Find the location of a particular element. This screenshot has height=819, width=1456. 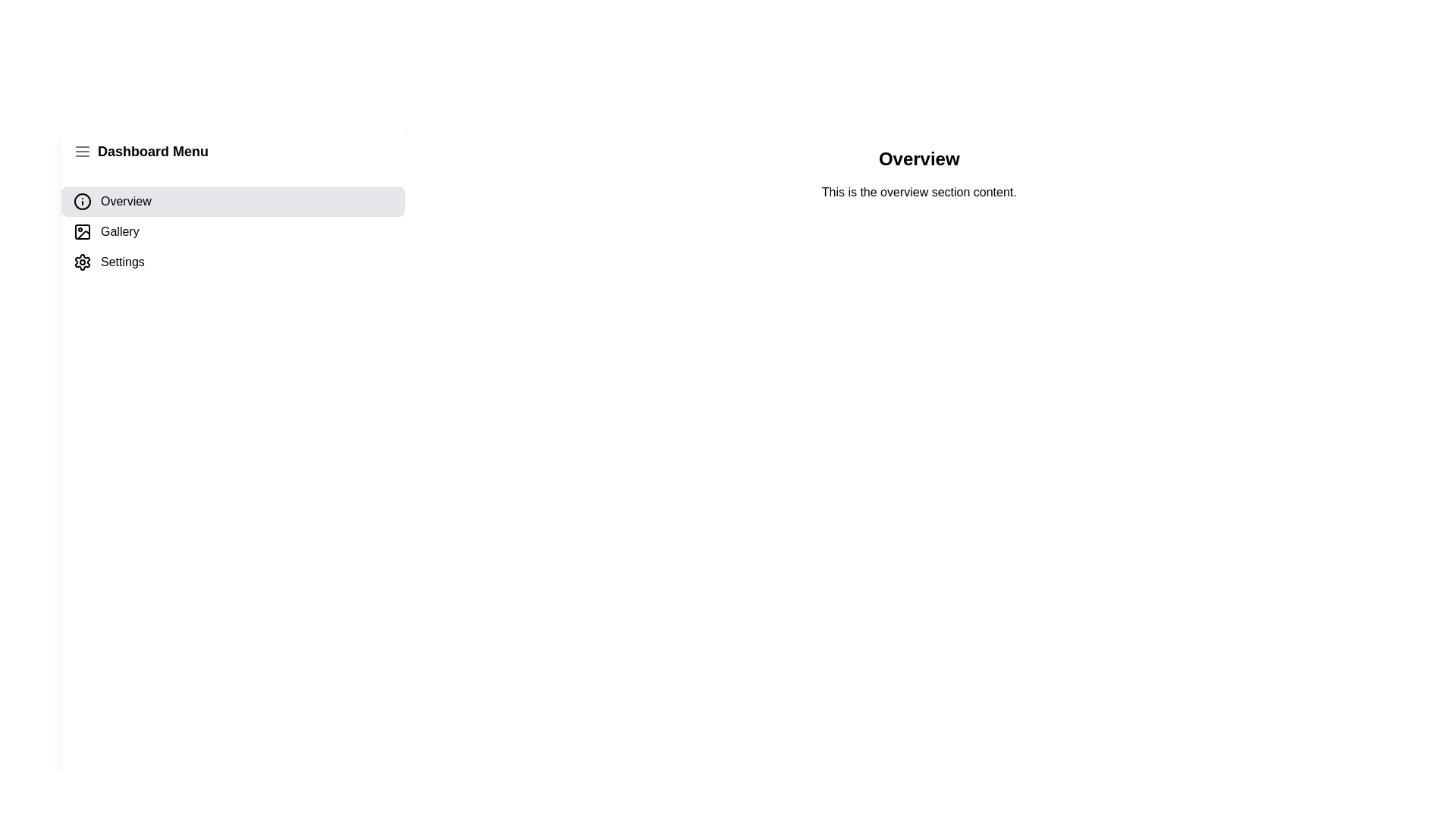

the title 'Dashboard Menu' to test navigation or focus effects is located at coordinates (152, 152).